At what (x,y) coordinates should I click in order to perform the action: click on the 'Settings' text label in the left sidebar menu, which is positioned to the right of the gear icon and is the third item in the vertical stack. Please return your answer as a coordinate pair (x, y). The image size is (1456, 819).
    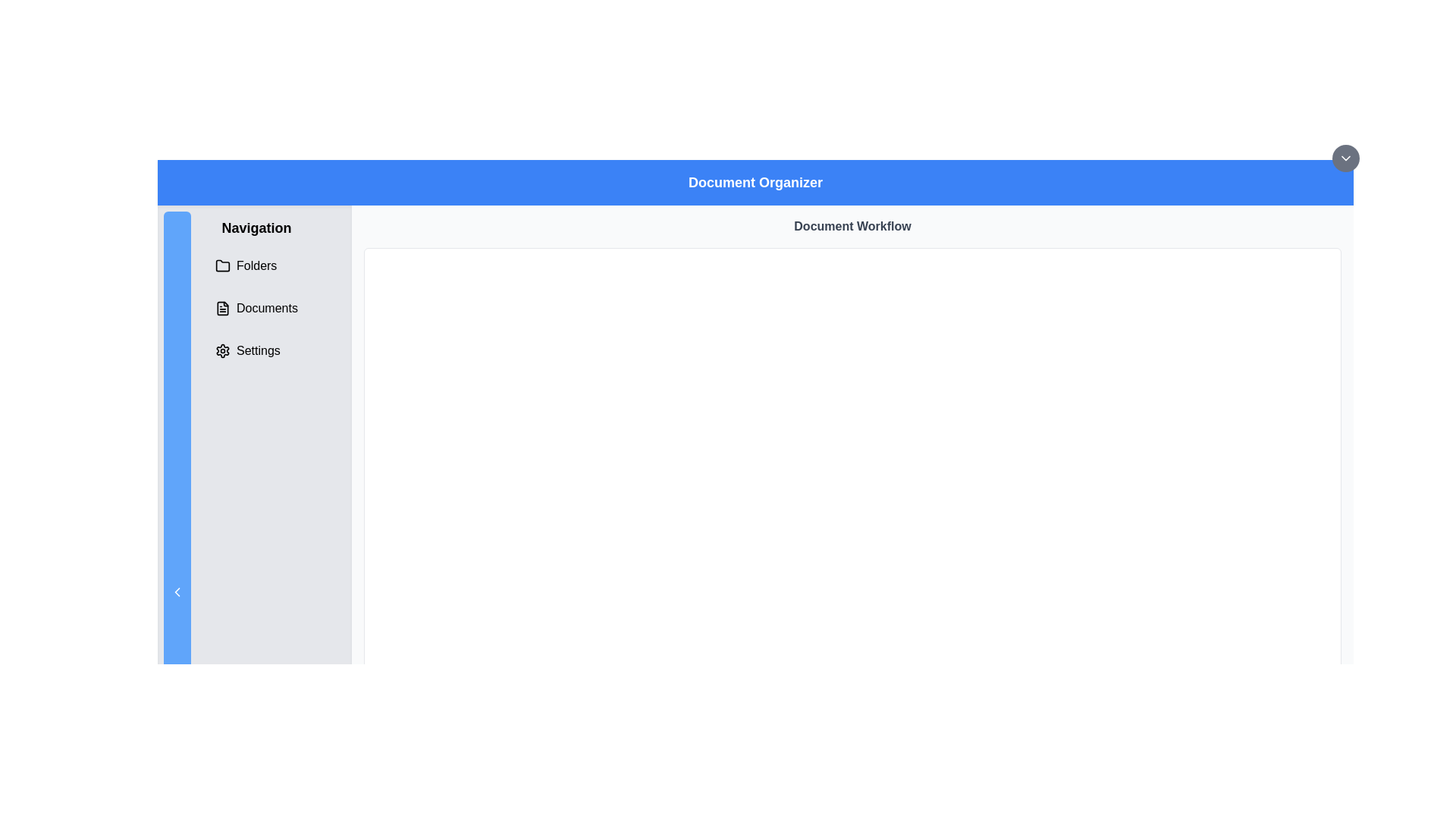
    Looking at the image, I should click on (258, 350).